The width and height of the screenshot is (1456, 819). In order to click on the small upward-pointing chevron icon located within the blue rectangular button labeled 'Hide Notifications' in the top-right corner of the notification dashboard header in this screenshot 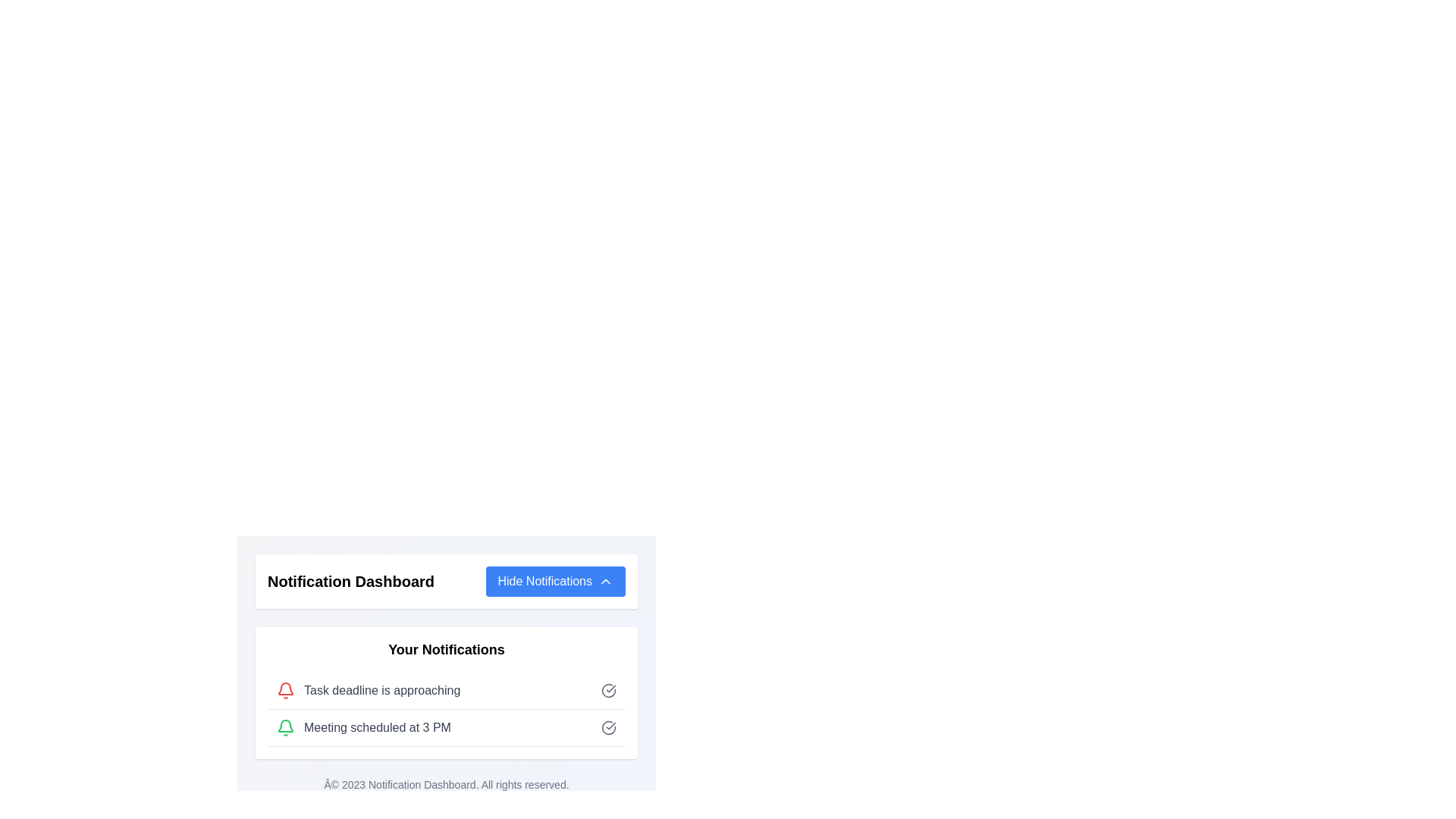, I will do `click(604, 581)`.